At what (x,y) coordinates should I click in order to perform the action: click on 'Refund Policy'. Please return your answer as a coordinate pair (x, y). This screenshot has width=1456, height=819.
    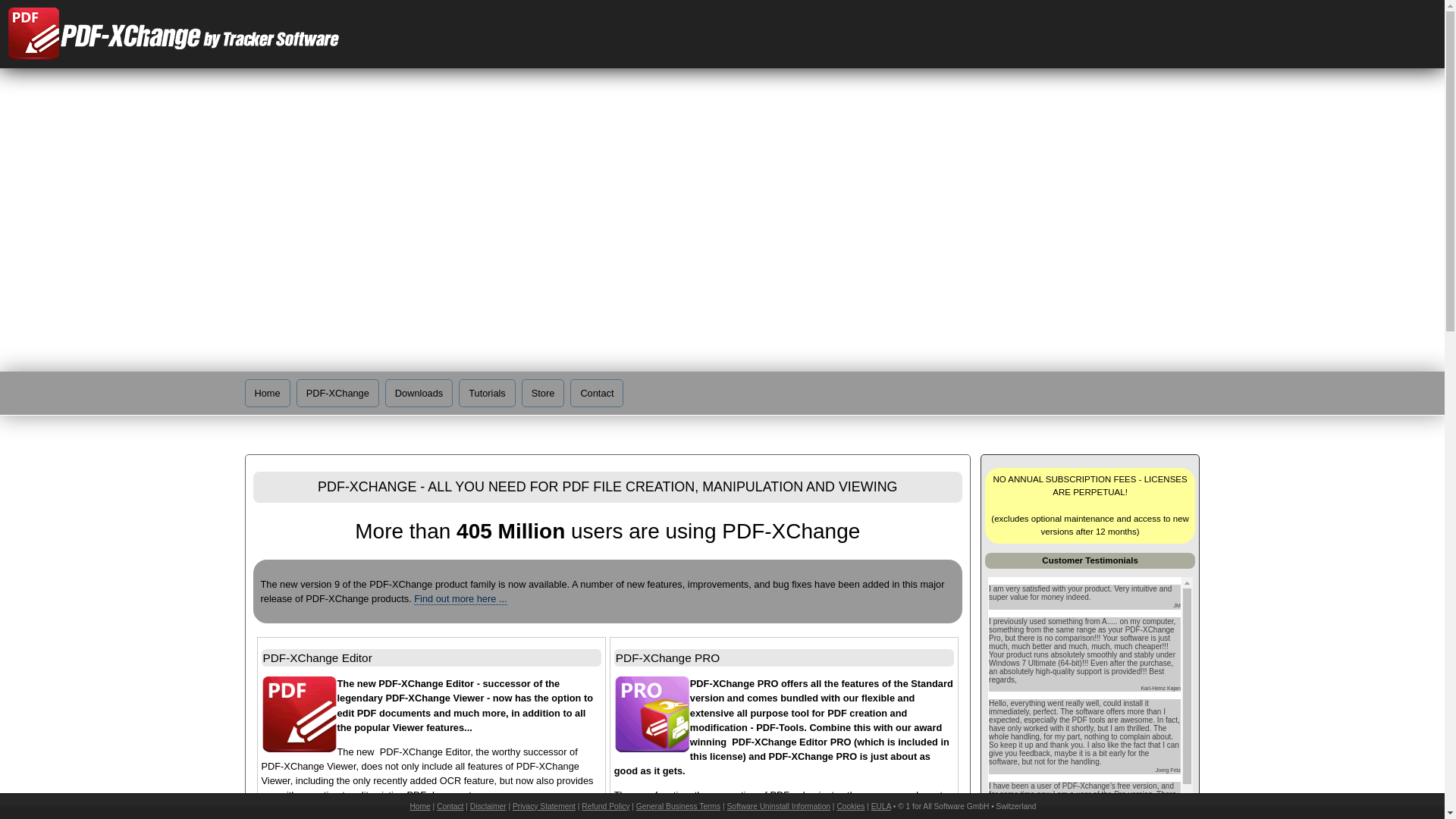
    Looking at the image, I should click on (604, 805).